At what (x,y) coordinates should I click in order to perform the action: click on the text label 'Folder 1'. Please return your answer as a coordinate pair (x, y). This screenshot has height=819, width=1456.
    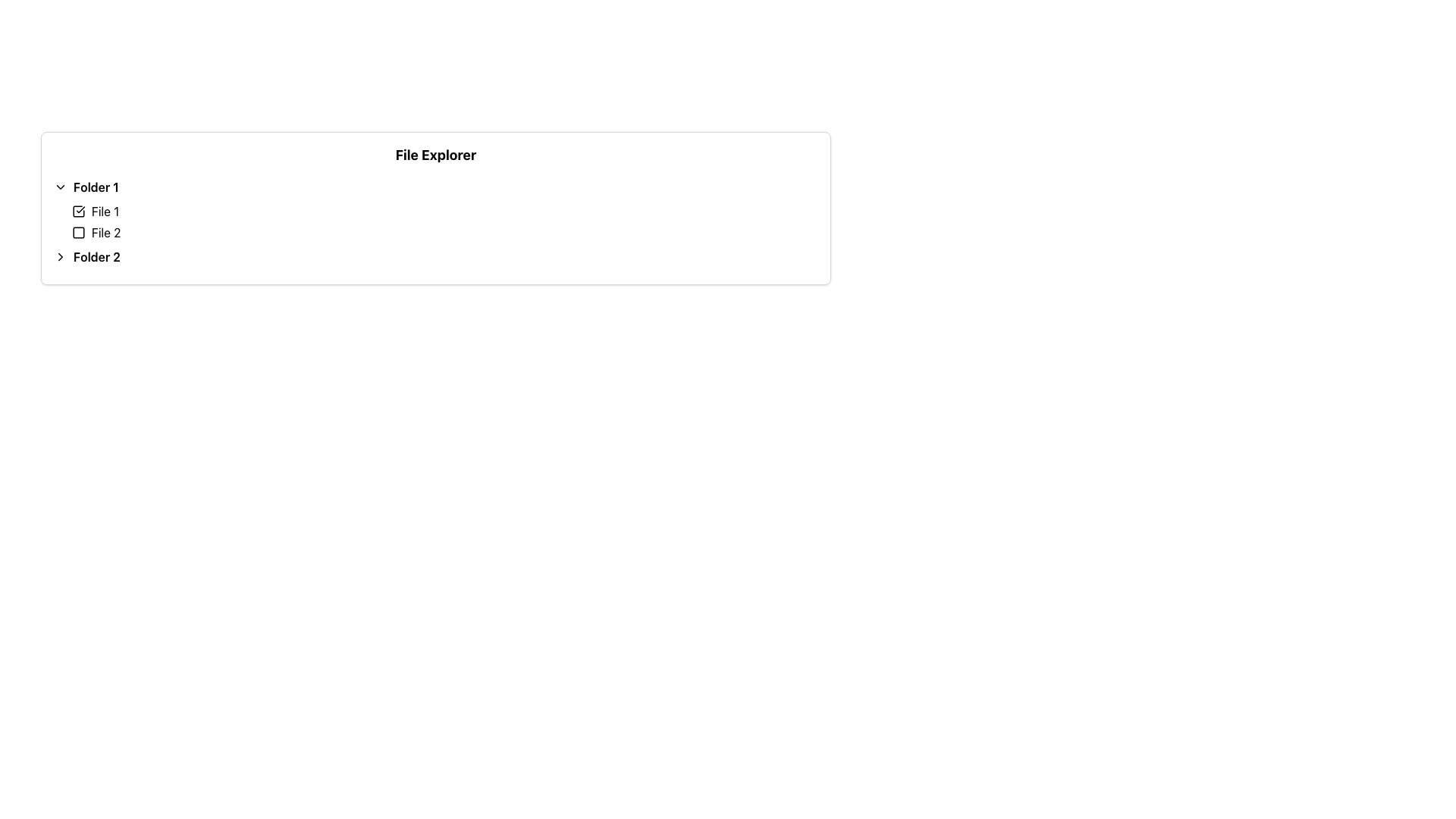
    Looking at the image, I should click on (95, 186).